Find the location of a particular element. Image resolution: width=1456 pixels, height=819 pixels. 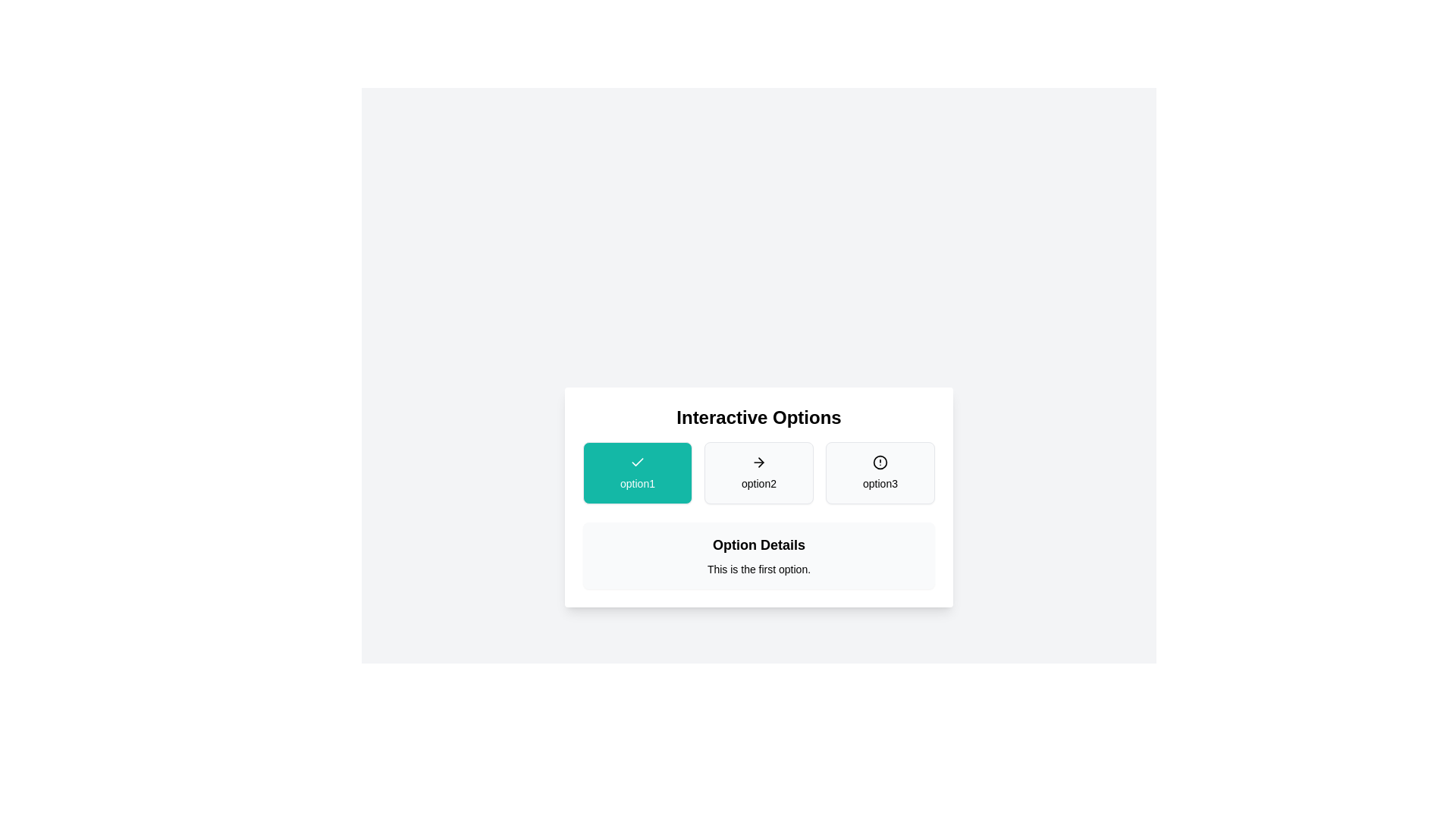

the bold text label 'Option Details' which is prominently displayed as a heading above the sibling text 'This is the first option.' is located at coordinates (759, 544).